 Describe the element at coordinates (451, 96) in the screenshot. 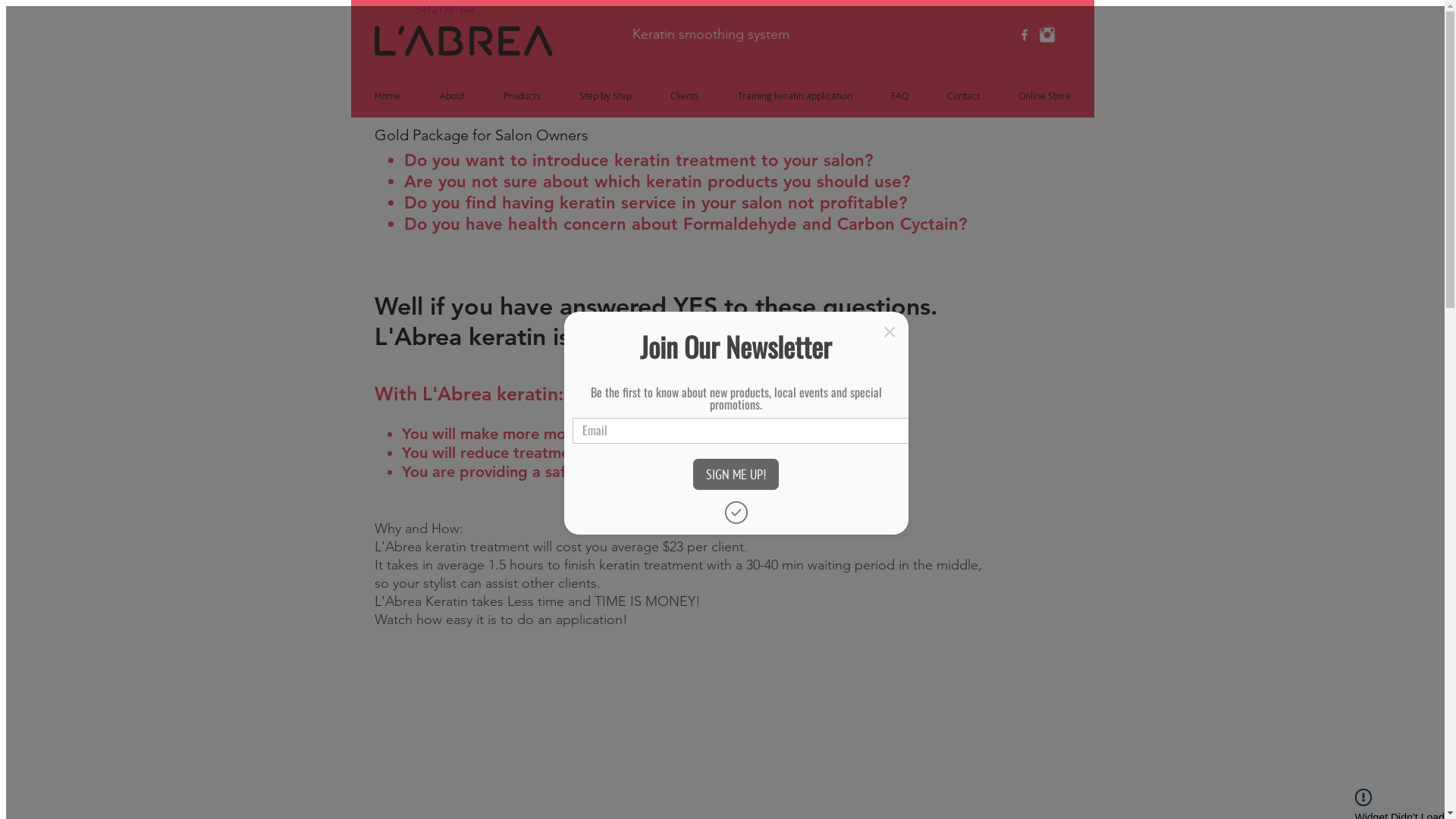

I see `'About'` at that location.